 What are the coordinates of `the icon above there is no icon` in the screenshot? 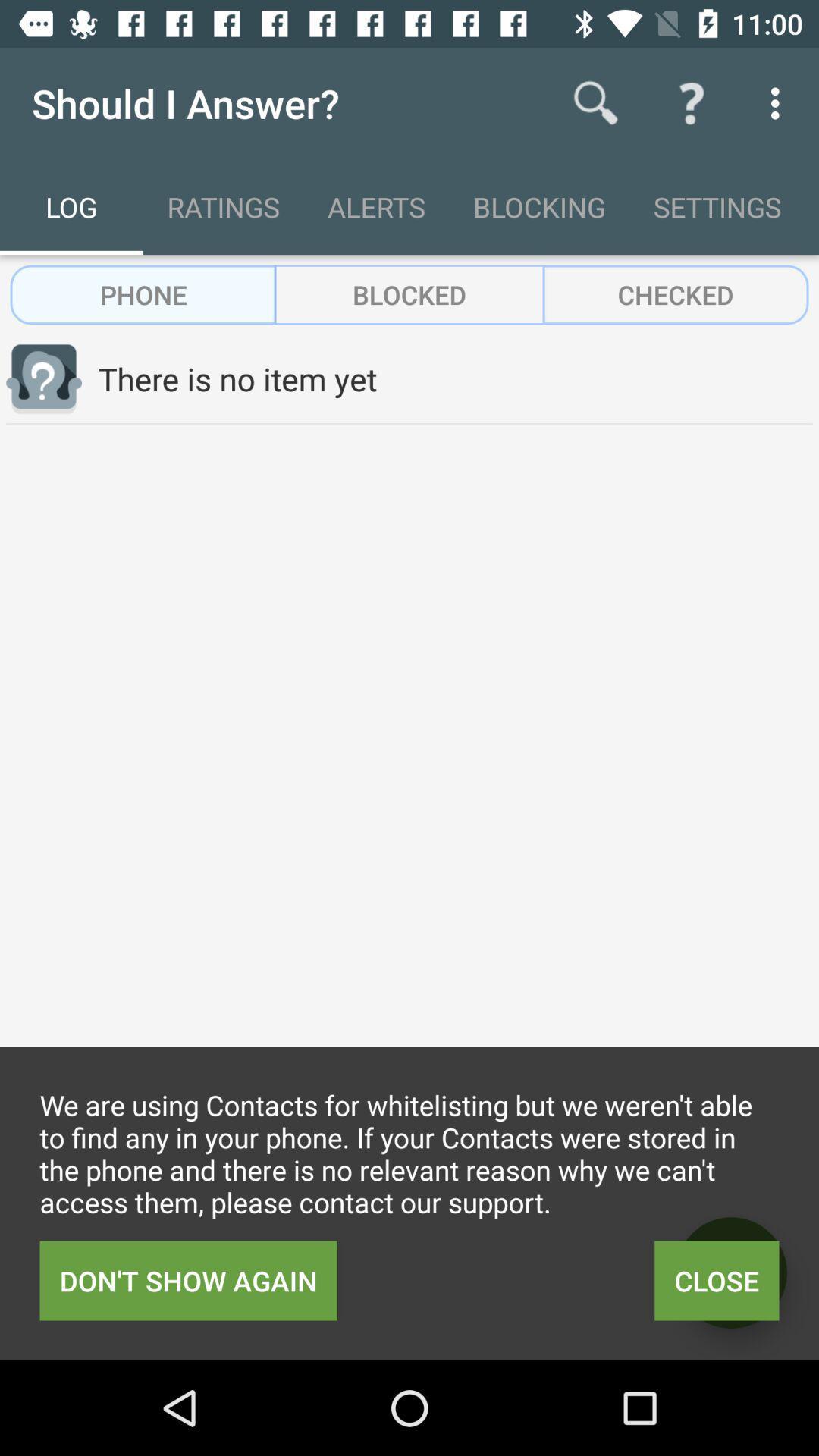 It's located at (409, 294).